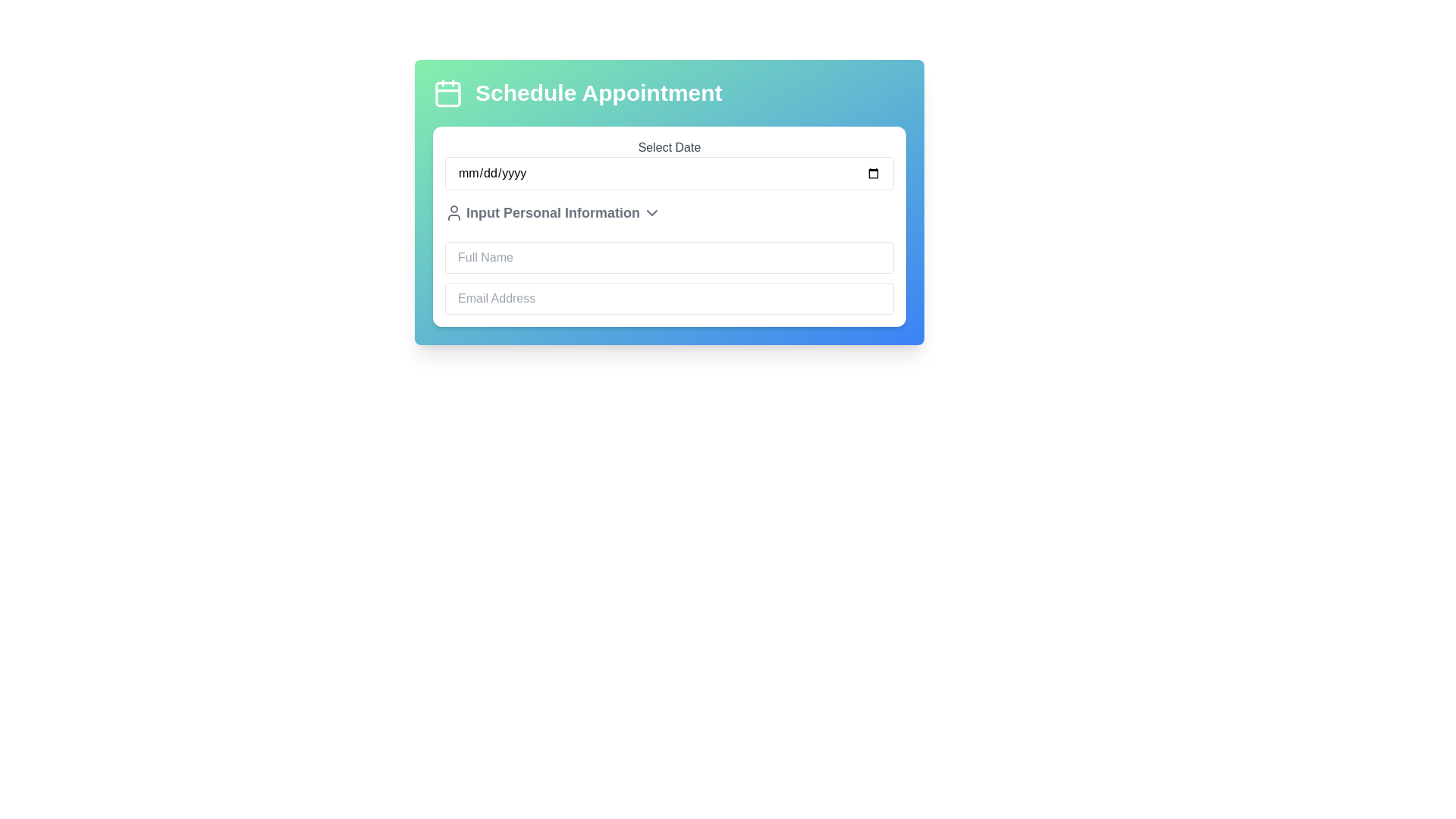 This screenshot has width=1456, height=819. I want to click on the user icon, which is a silhouette of a head and shoulders in gray color, located to the left of the text 'Input Personal Information', so click(453, 213).